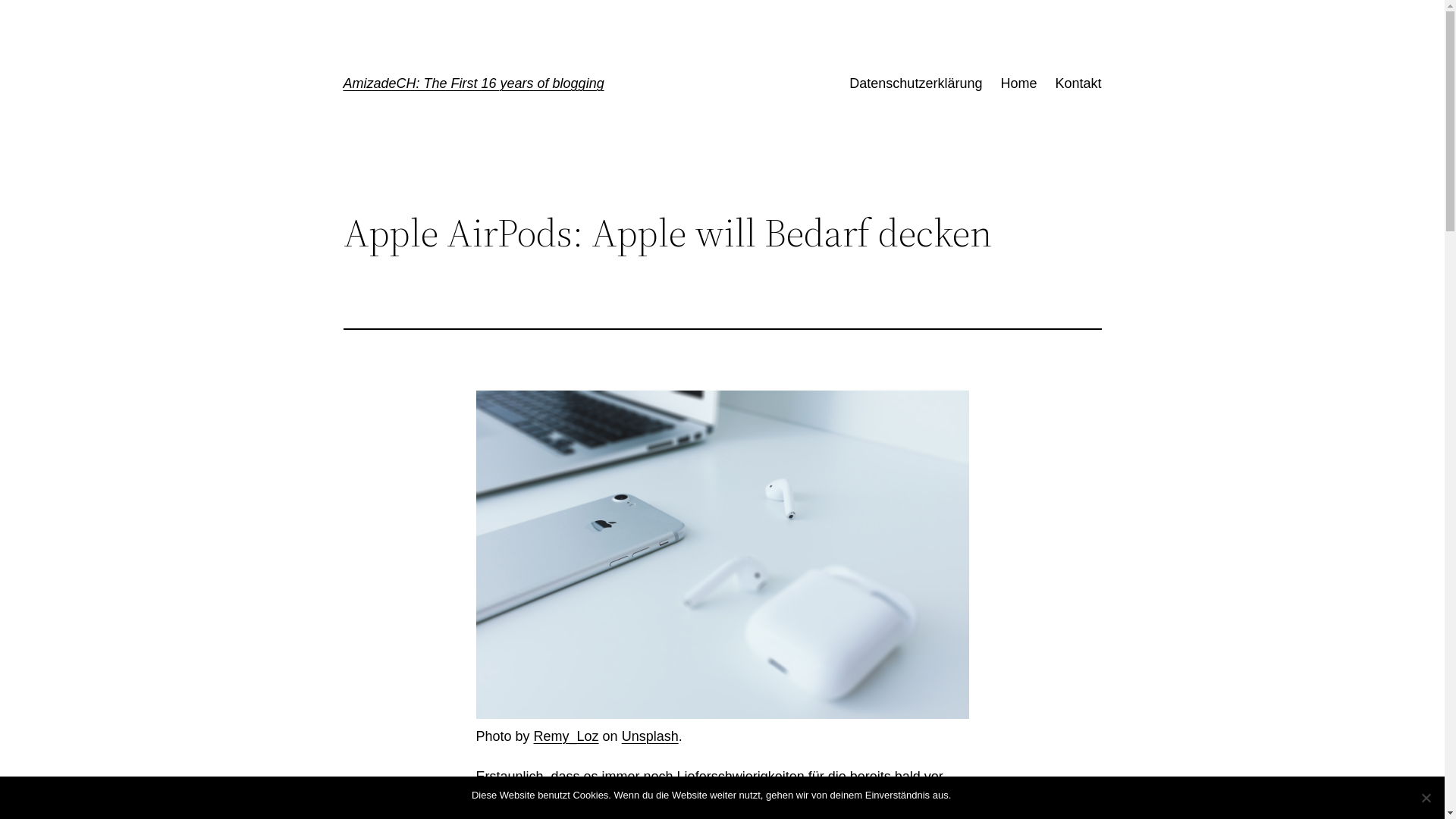 The image size is (1456, 819). What do you see at coordinates (566, 736) in the screenshot?
I see `'Remy_Loz'` at bounding box center [566, 736].